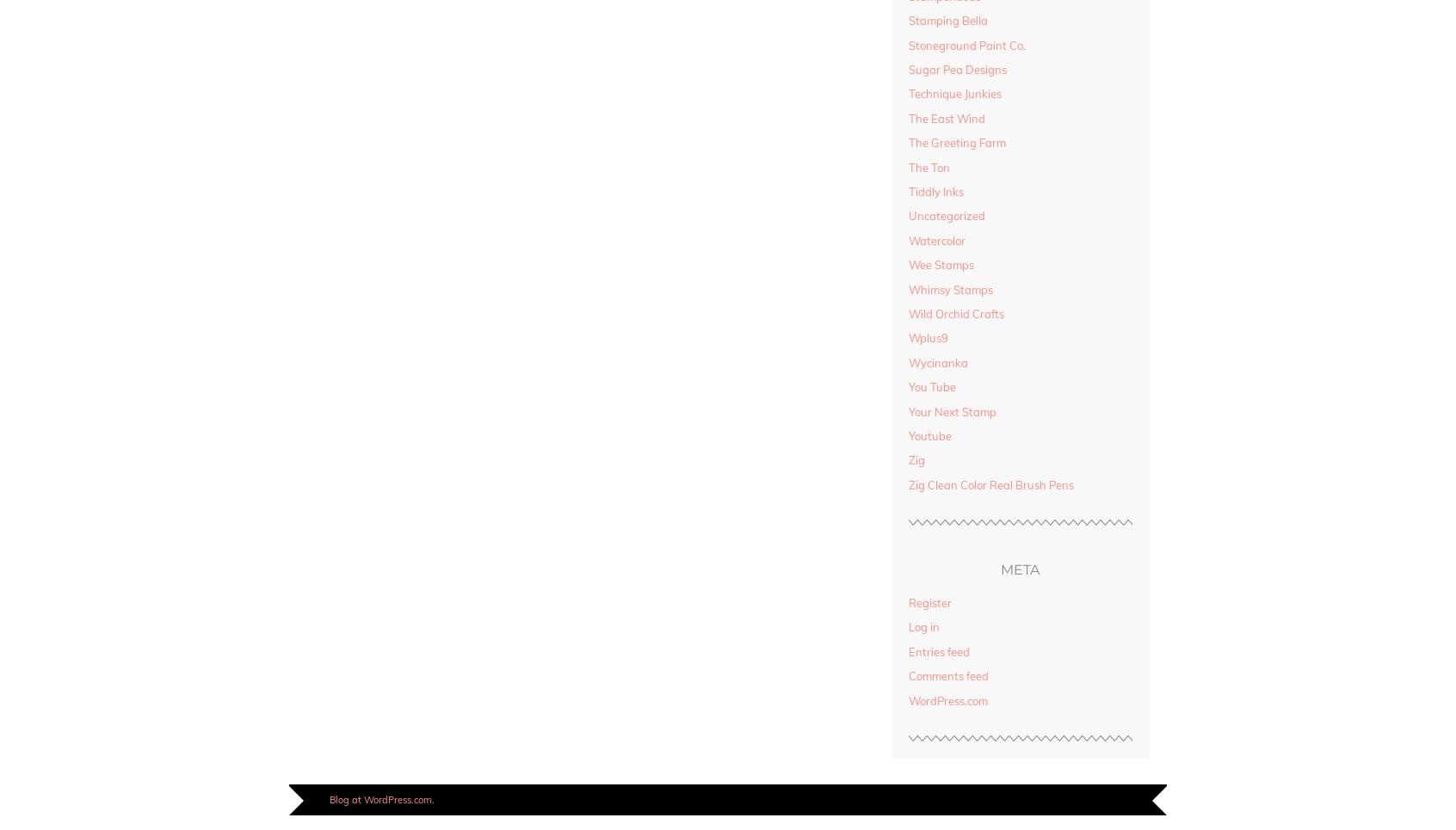  I want to click on 'Stoneground Paint Co.', so click(966, 45).